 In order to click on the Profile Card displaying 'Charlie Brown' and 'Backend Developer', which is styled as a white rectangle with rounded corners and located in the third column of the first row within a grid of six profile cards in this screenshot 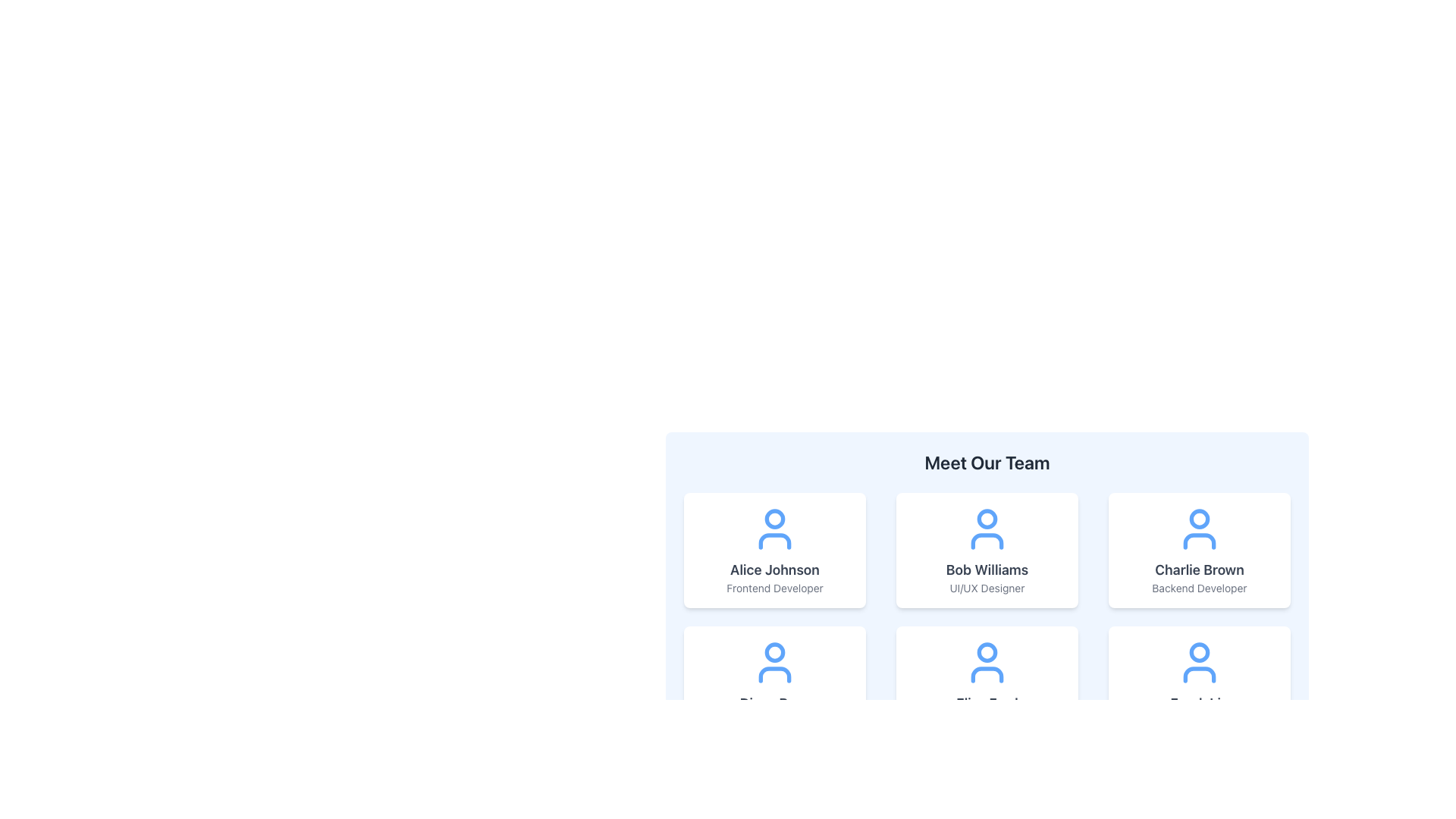, I will do `click(1199, 550)`.